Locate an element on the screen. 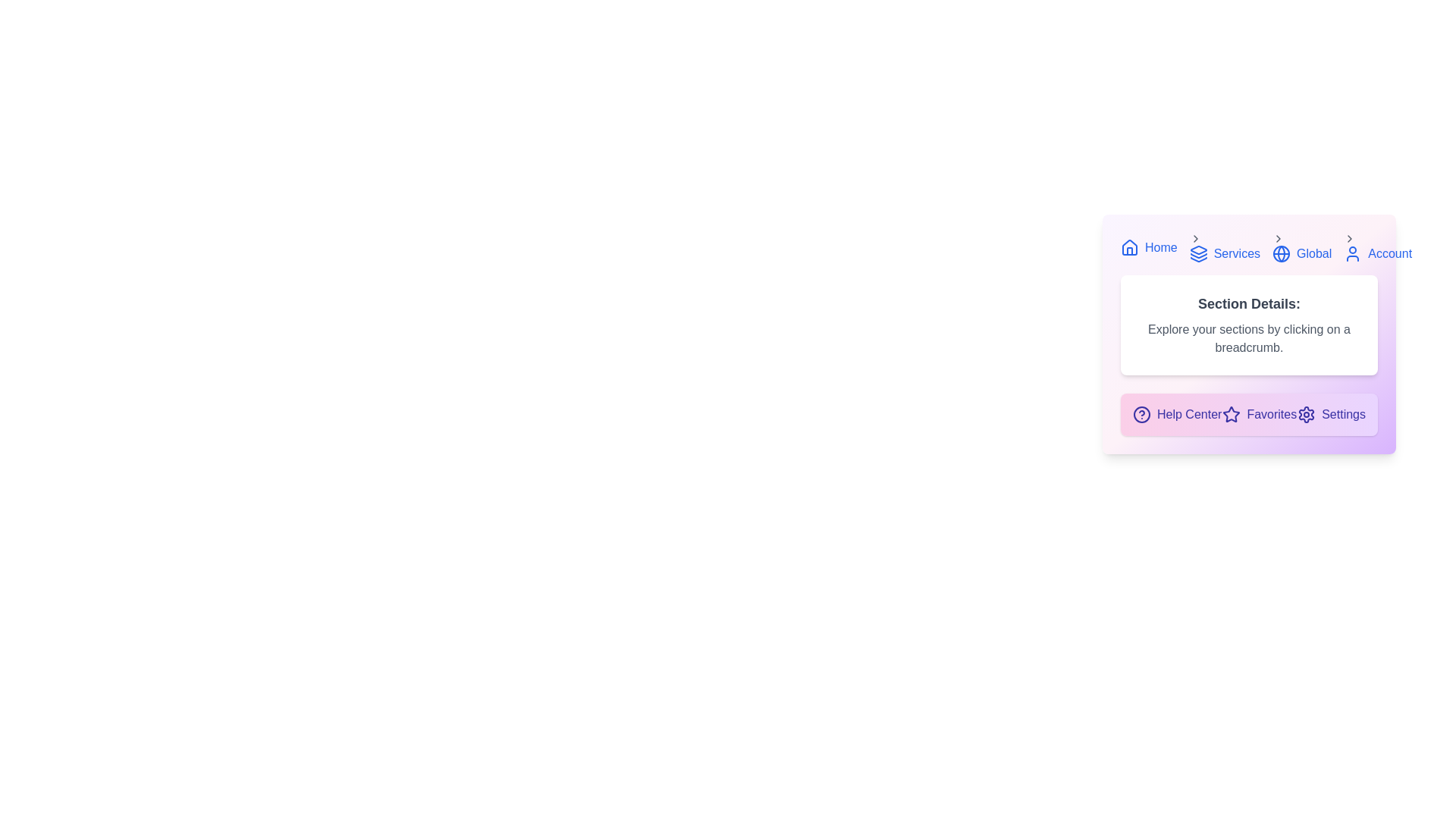  the breadcrumb link labeled 'Account' with blue text and a user icon on its left, located at the top-right corner of the breadcrumb navigation bar is located at coordinates (1378, 247).